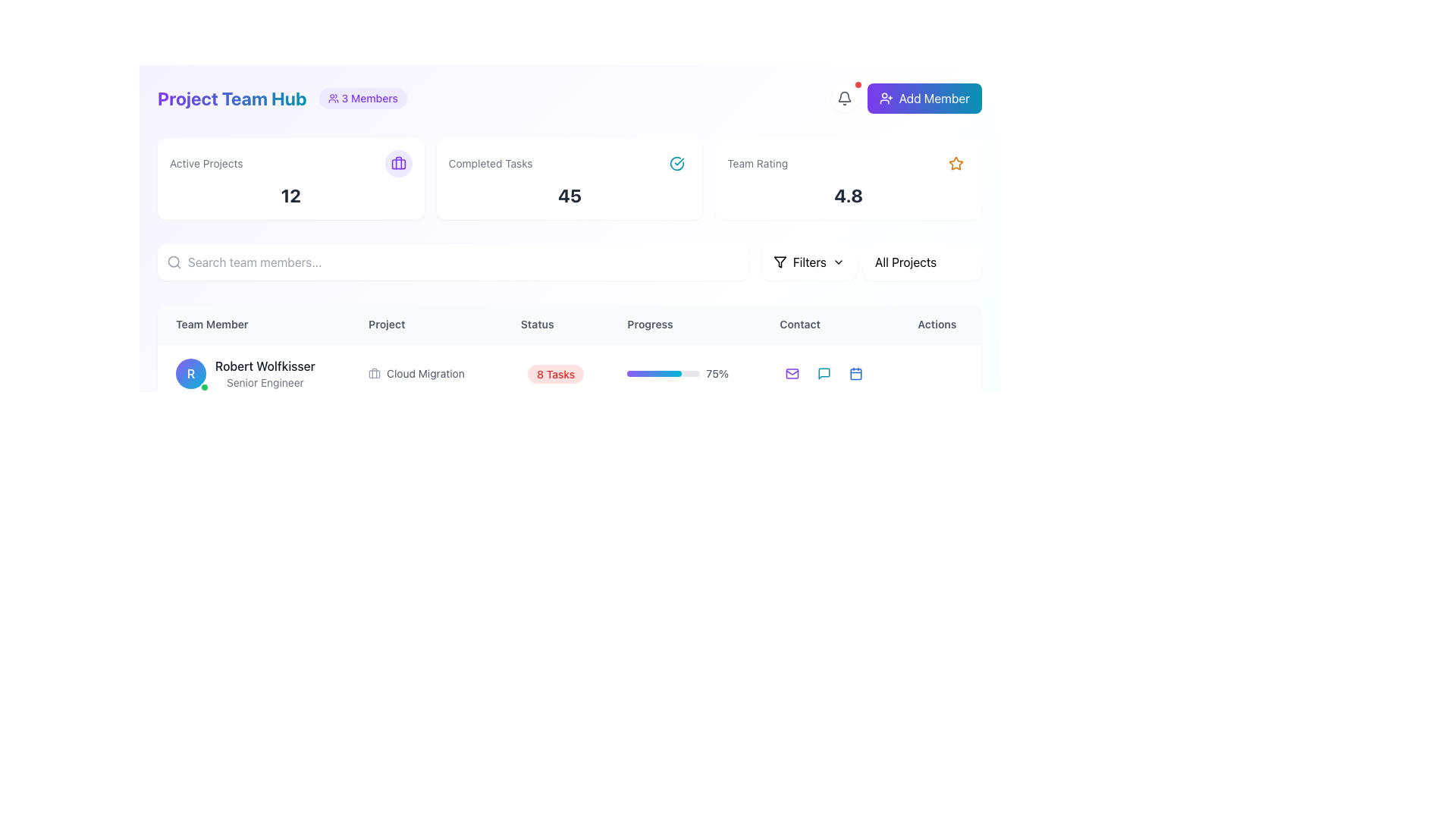 The width and height of the screenshot is (1456, 819). What do you see at coordinates (206, 164) in the screenshot?
I see `the text label located at the top-left area of the section, which provides context about the contents beneath it` at bounding box center [206, 164].